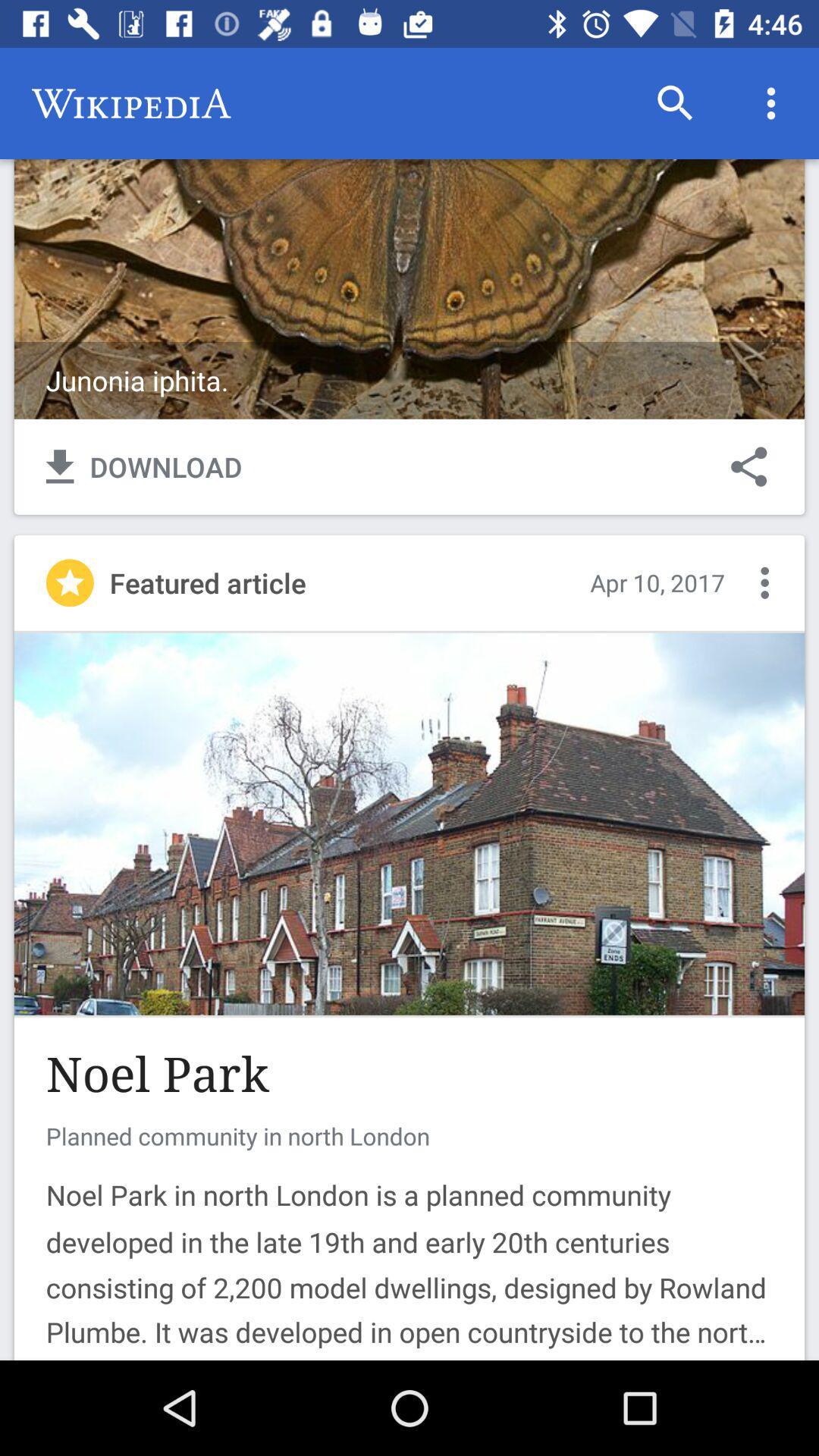 The image size is (819, 1456). I want to click on the icon after the search icon, so click(771, 103).